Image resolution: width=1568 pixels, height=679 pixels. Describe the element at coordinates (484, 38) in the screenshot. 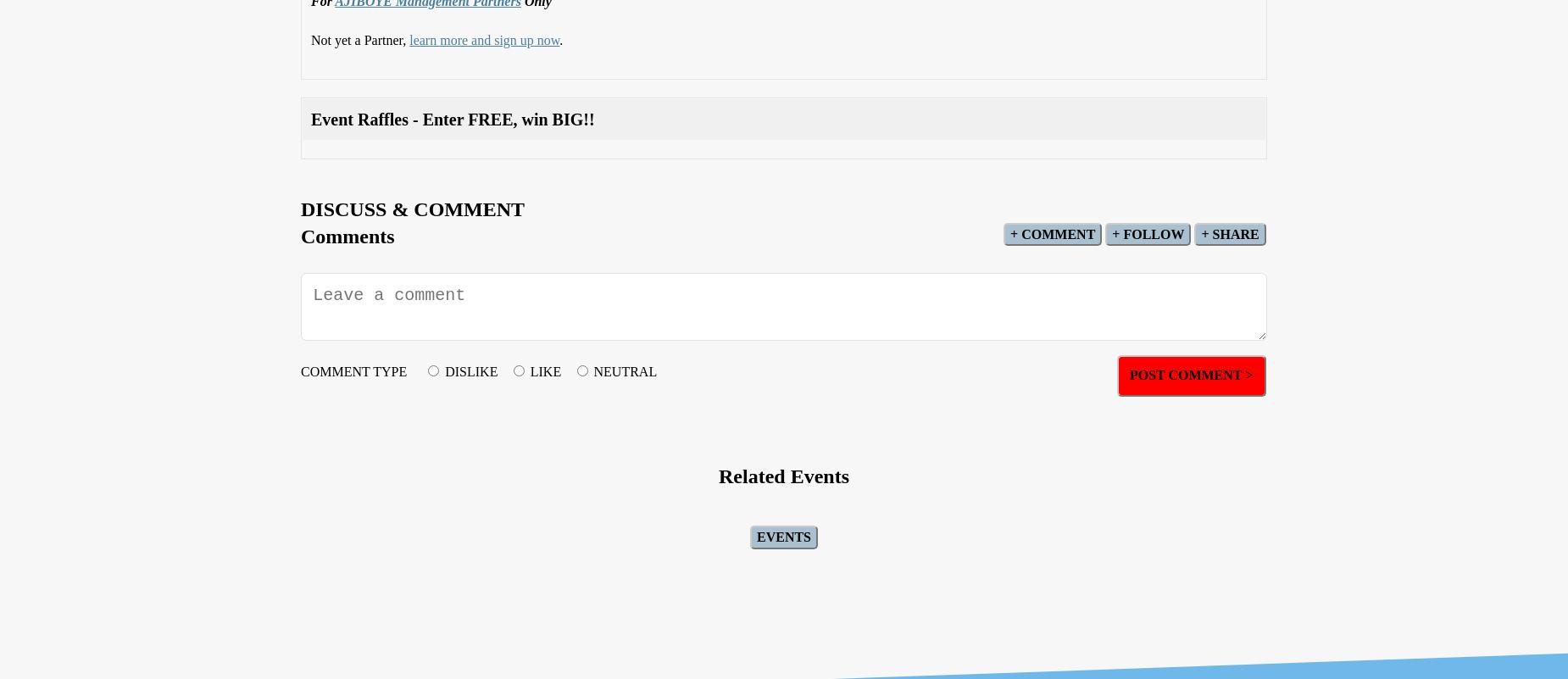

I see `'learn more and sign up now'` at that location.